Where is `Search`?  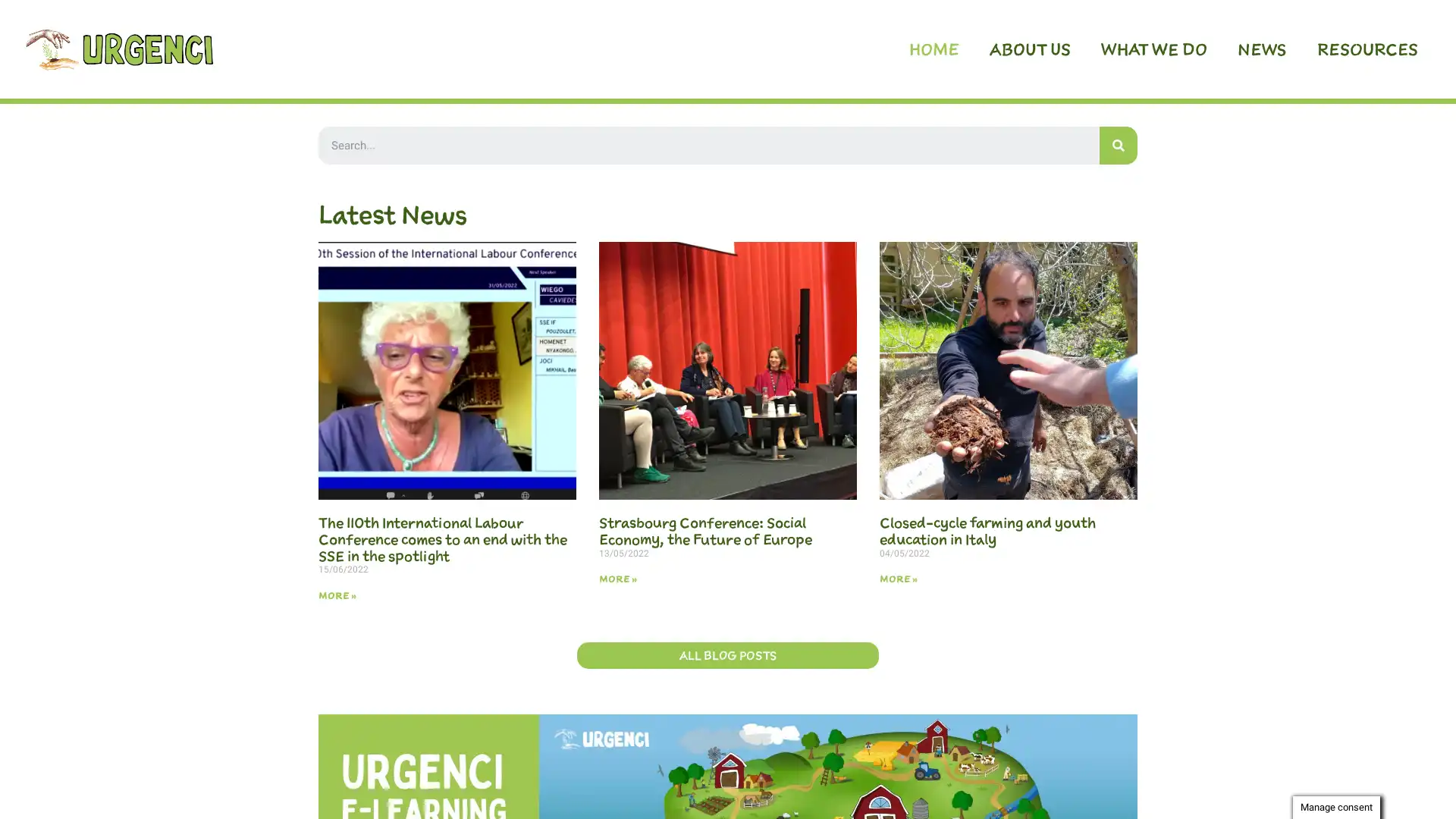
Search is located at coordinates (1118, 146).